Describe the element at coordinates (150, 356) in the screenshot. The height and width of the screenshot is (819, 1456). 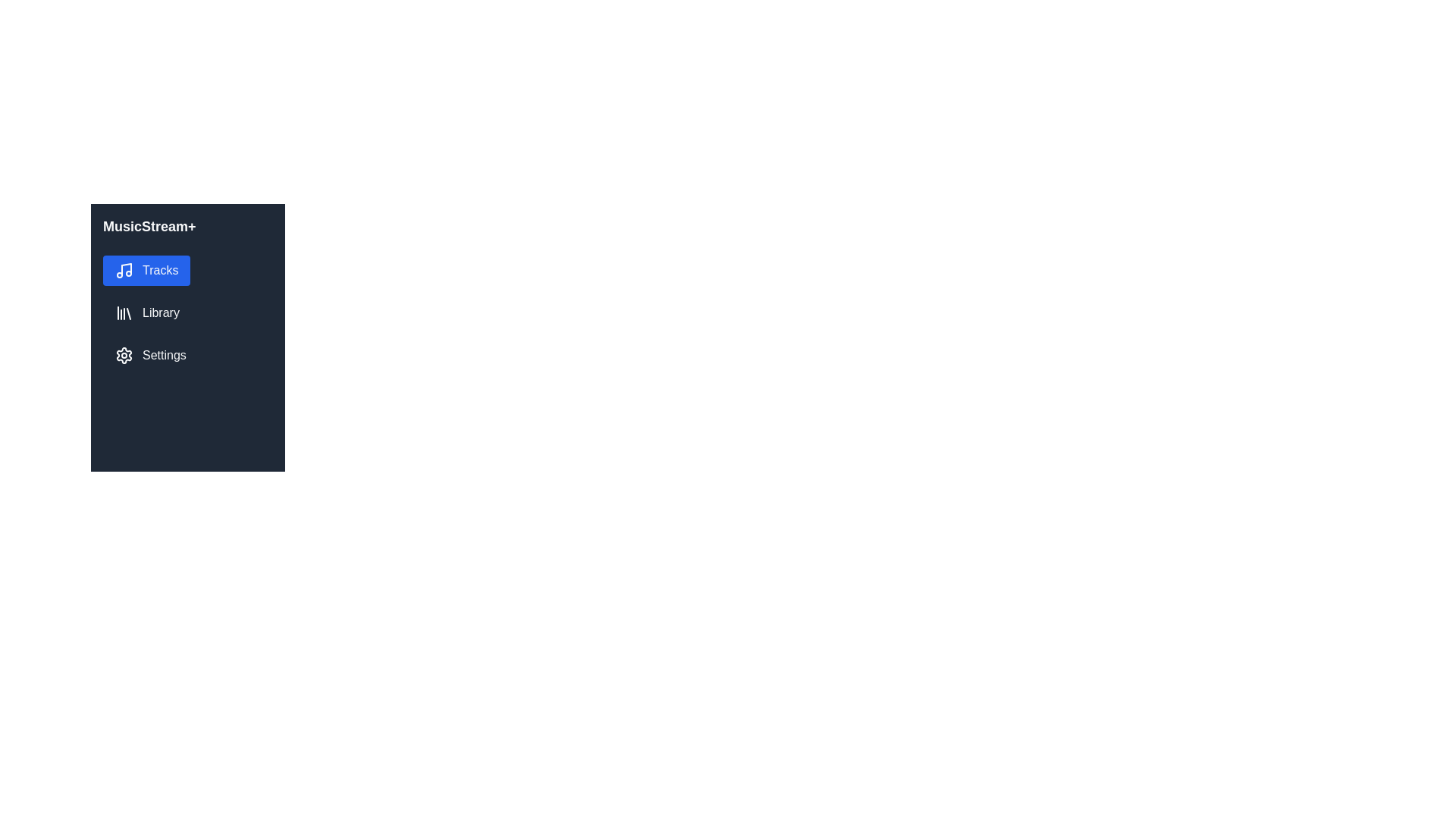
I see `the 'Settings' button with a gear icon that is styled with a dark background and white text, located below the 'Tracks' and 'Library' options in the sidebar menu` at that location.